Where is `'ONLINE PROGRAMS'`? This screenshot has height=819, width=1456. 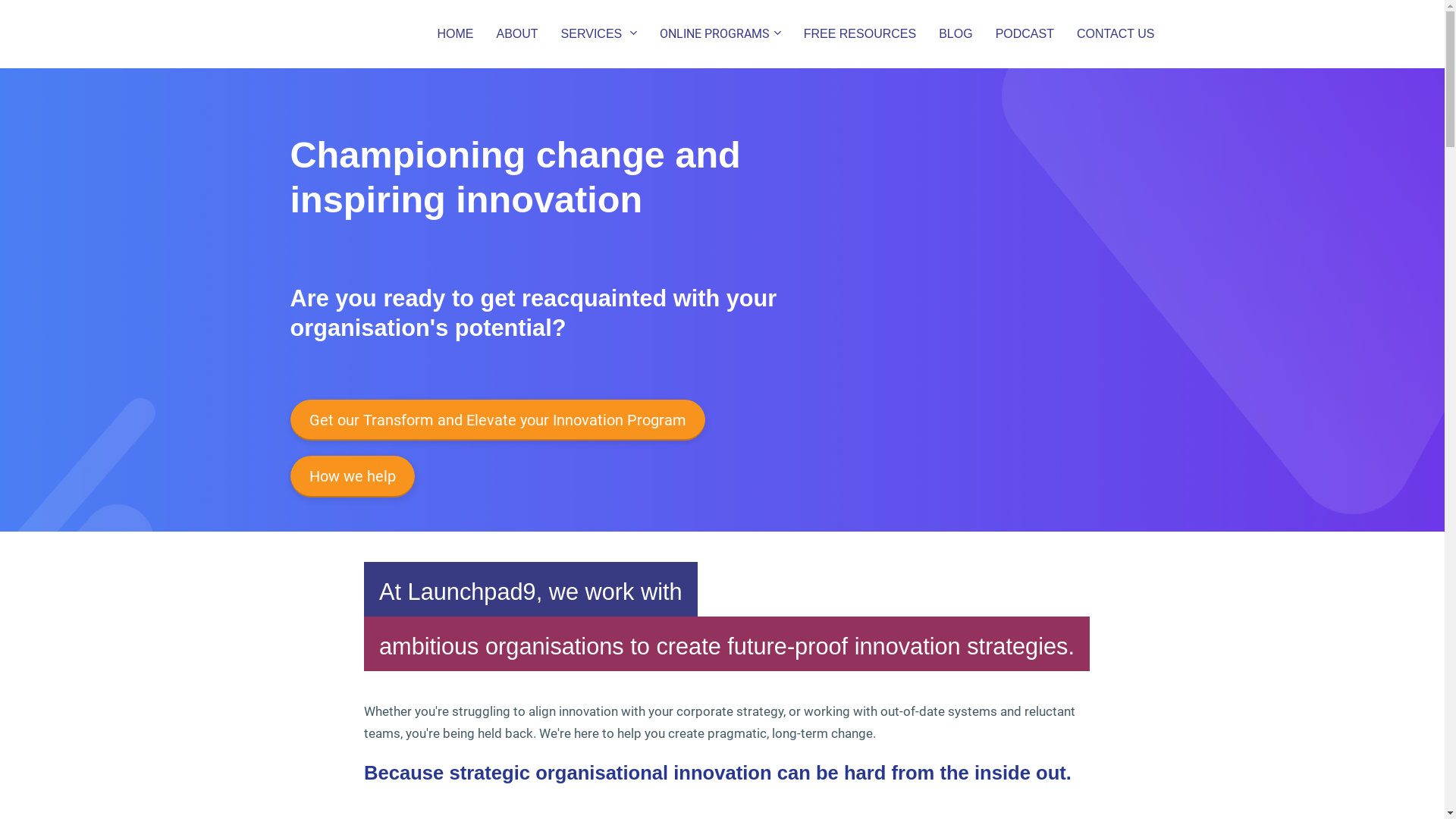
'ONLINE PROGRAMS' is located at coordinates (720, 34).